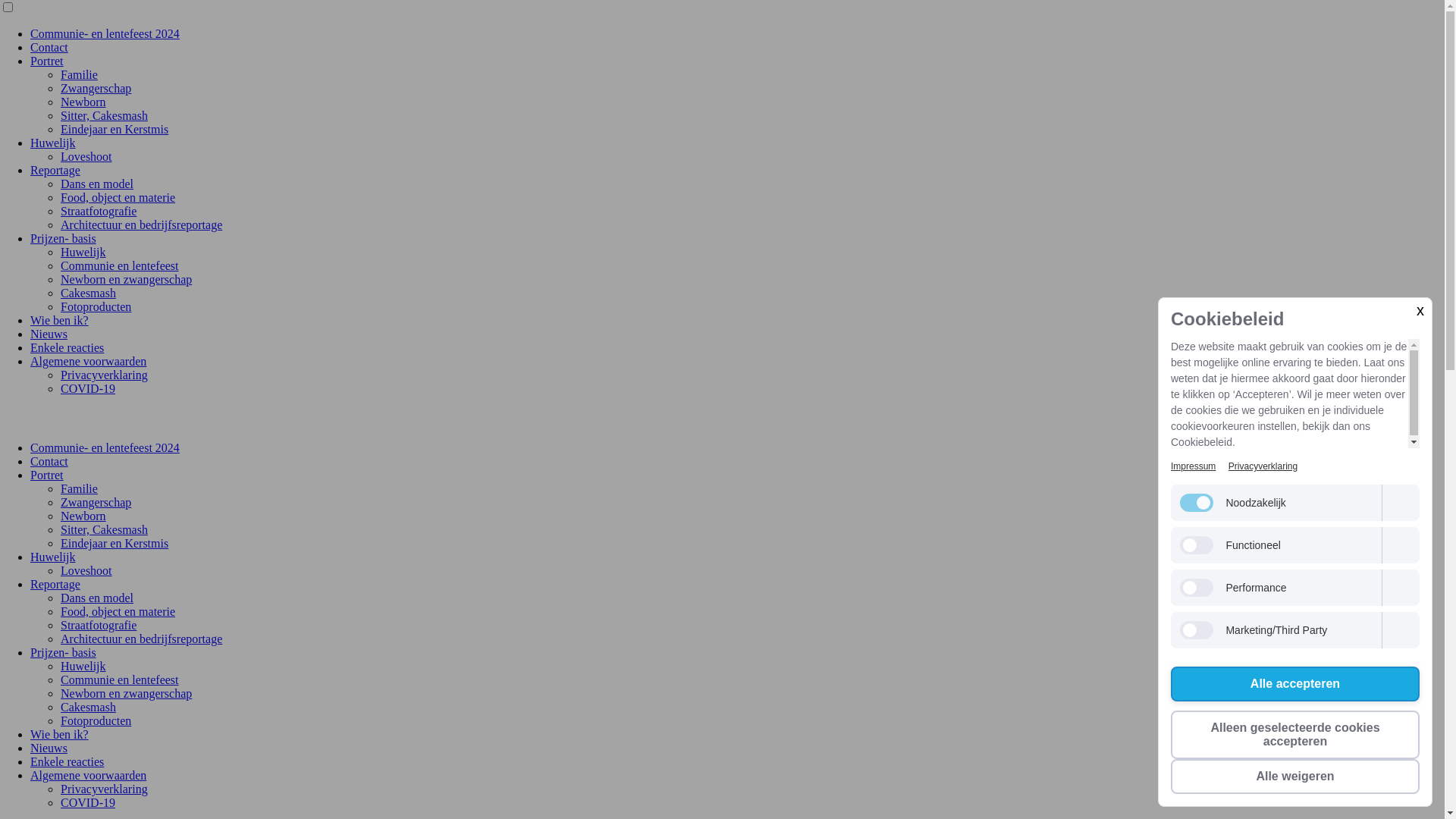  What do you see at coordinates (87, 293) in the screenshot?
I see `'Cakesmash'` at bounding box center [87, 293].